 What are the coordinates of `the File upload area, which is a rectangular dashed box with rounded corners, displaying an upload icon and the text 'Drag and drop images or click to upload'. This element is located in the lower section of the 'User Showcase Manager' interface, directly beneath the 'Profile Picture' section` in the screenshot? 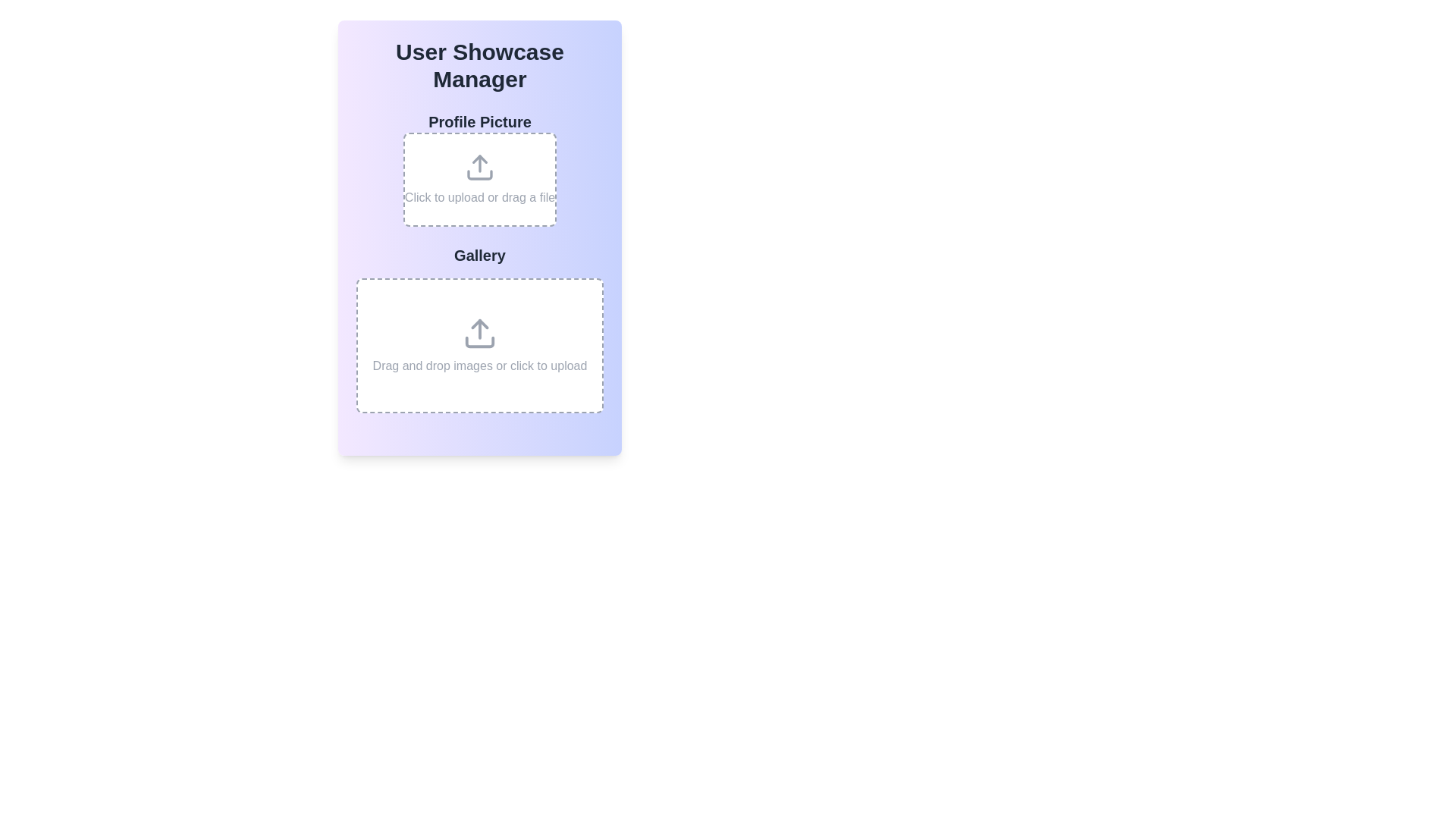 It's located at (479, 328).